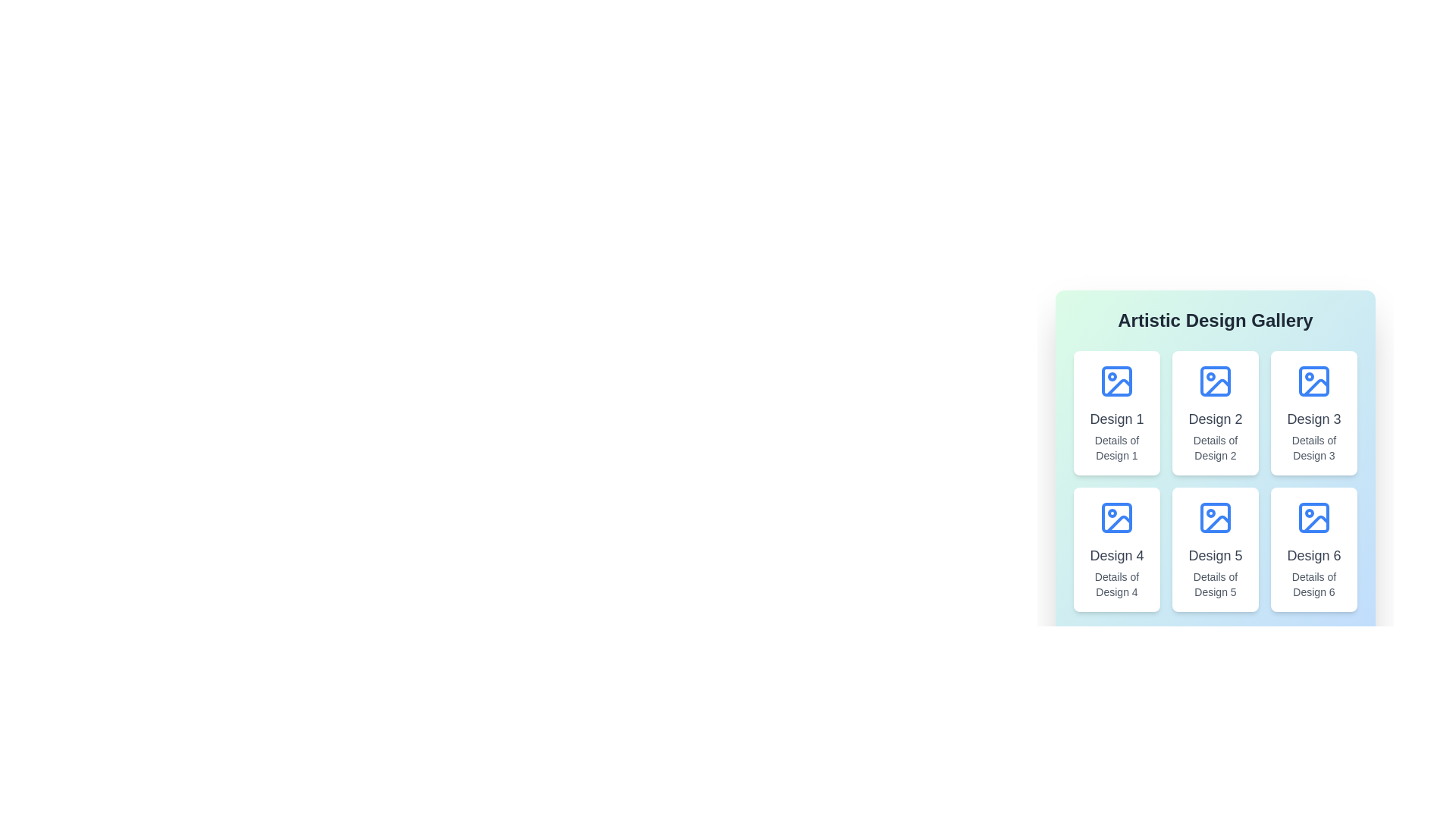 The image size is (1456, 819). What do you see at coordinates (1313, 516) in the screenshot?
I see `the icon representing the visual-related function in the bottom-right card labeled 'Design 6' within the 'Artistic Design Gallery'` at bounding box center [1313, 516].